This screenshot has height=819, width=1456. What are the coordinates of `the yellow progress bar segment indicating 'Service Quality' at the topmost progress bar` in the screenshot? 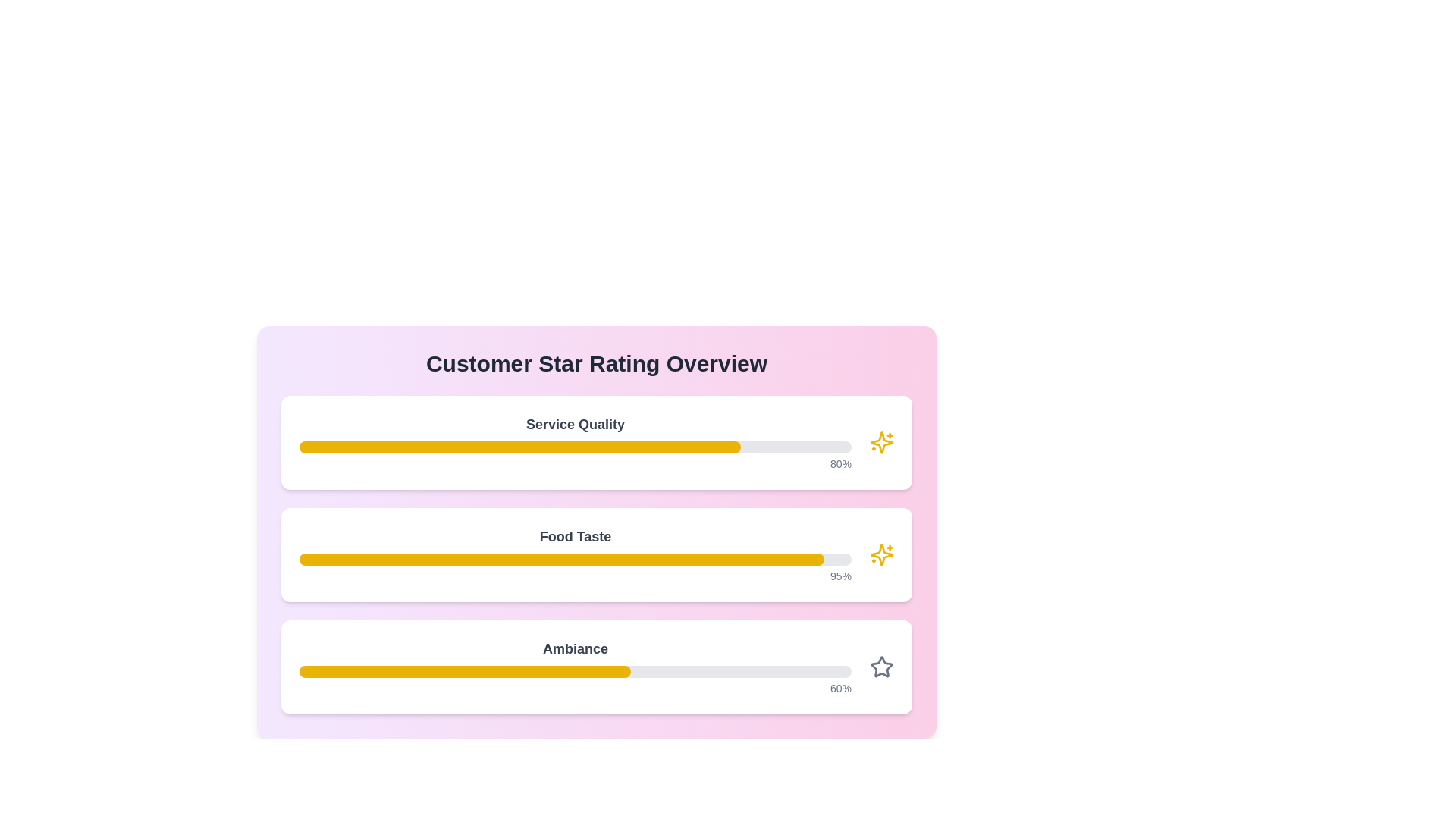 It's located at (520, 447).